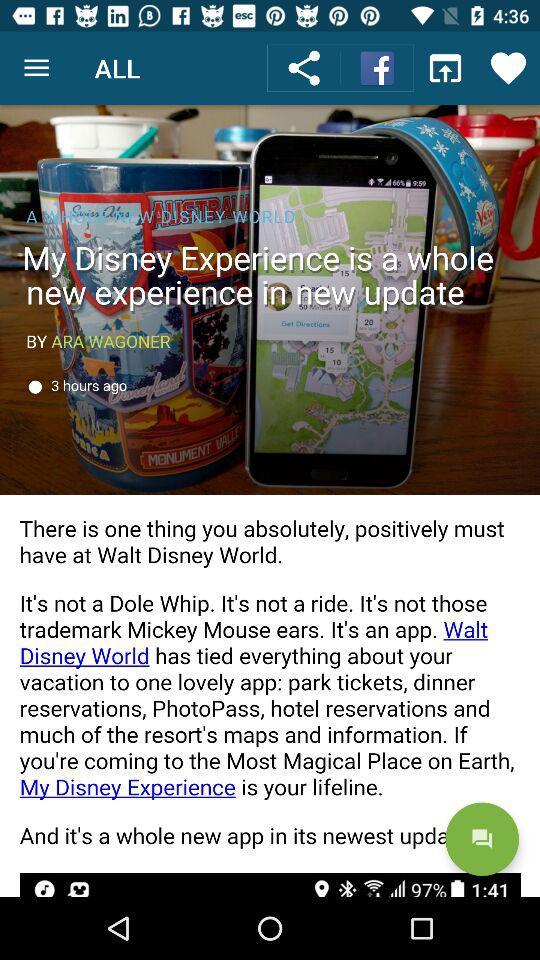 The image size is (540, 960). Describe the element at coordinates (270, 500) in the screenshot. I see `full content selection` at that location.